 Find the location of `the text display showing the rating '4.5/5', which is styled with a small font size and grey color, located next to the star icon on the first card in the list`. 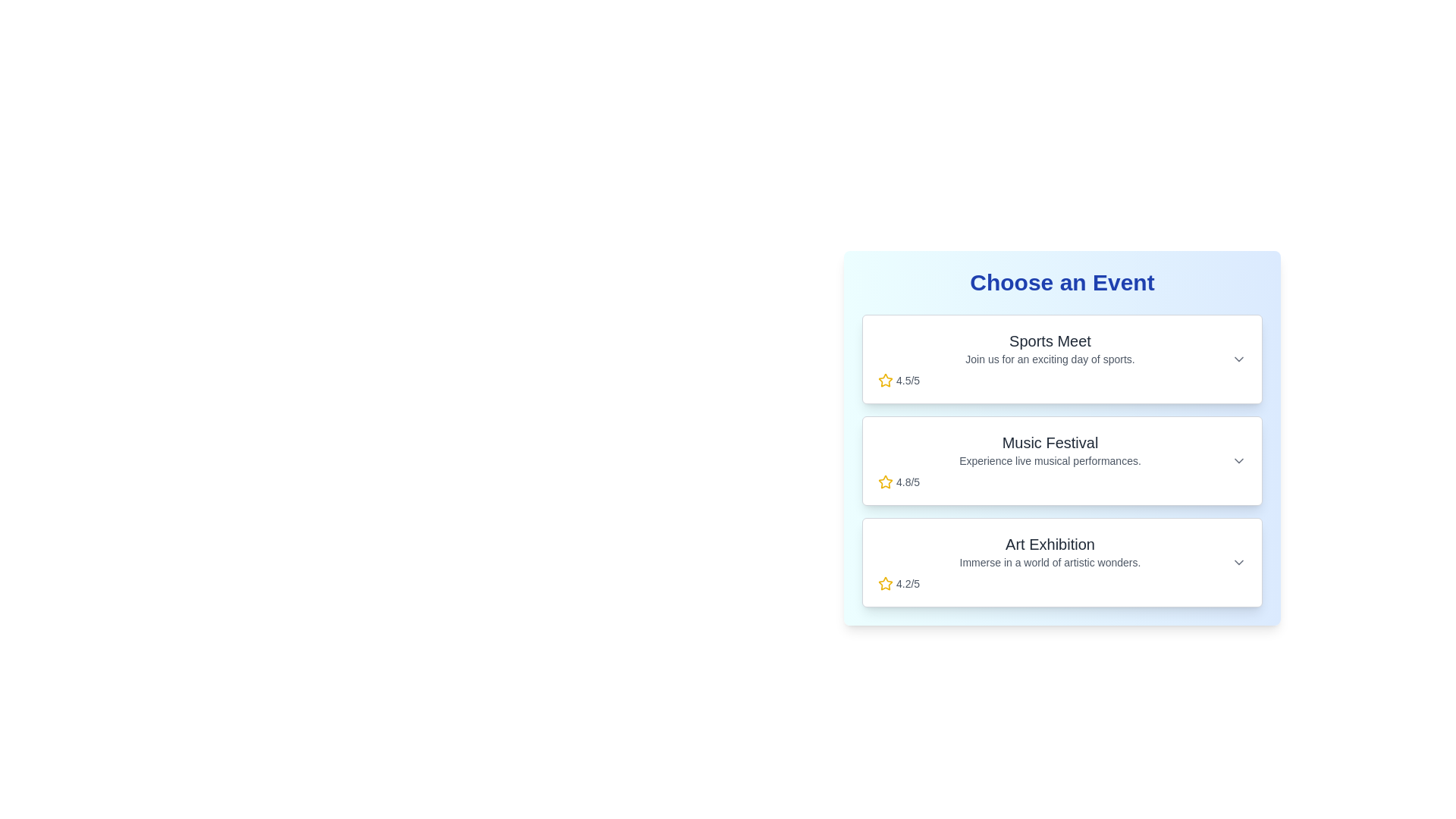

the text display showing the rating '4.5/5', which is styled with a small font size and grey color, located next to the star icon on the first card in the list is located at coordinates (908, 379).